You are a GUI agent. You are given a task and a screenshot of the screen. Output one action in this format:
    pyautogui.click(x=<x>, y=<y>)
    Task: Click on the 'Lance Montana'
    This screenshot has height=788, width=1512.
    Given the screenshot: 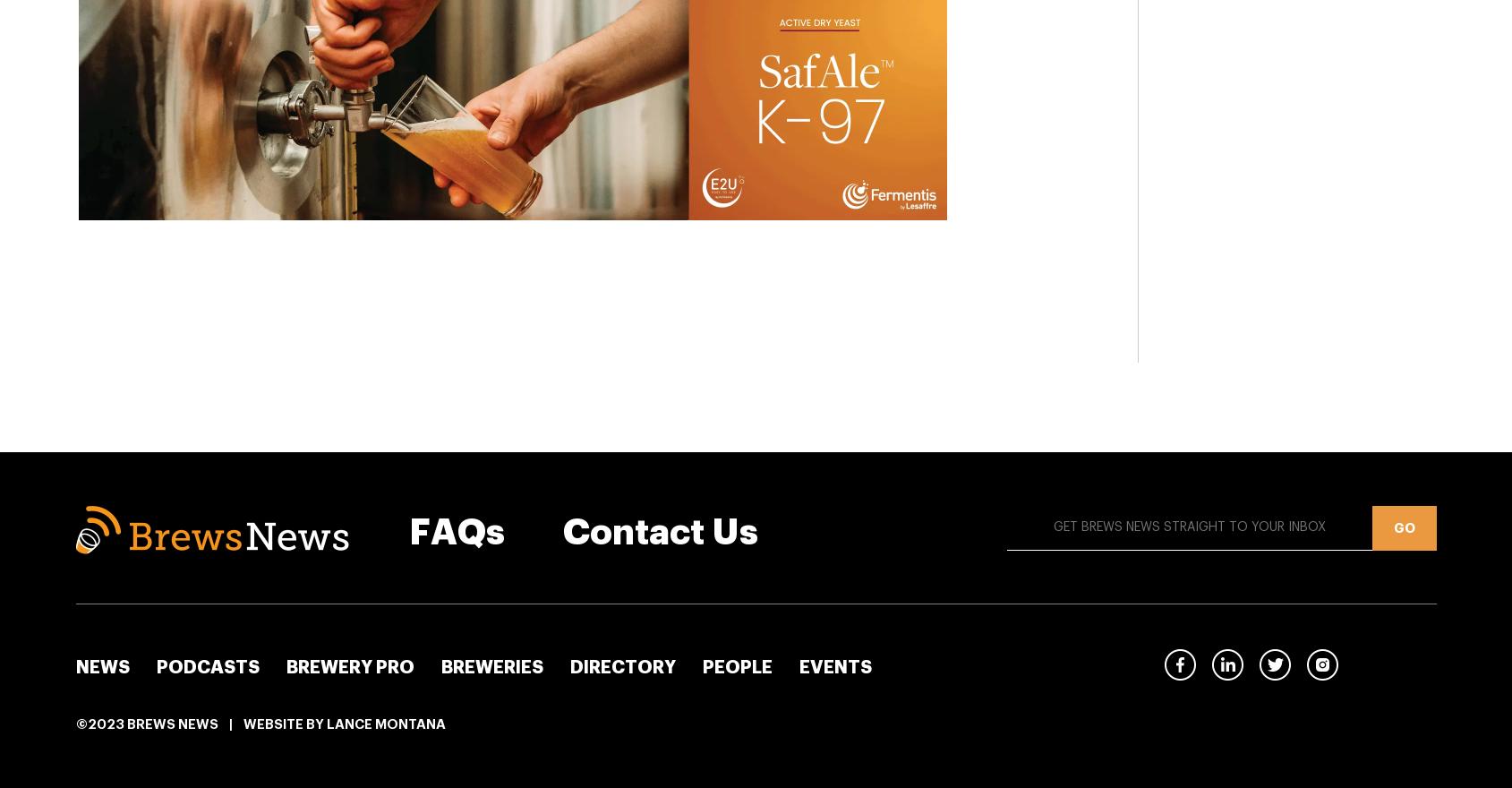 What is the action you would take?
    pyautogui.click(x=325, y=723)
    